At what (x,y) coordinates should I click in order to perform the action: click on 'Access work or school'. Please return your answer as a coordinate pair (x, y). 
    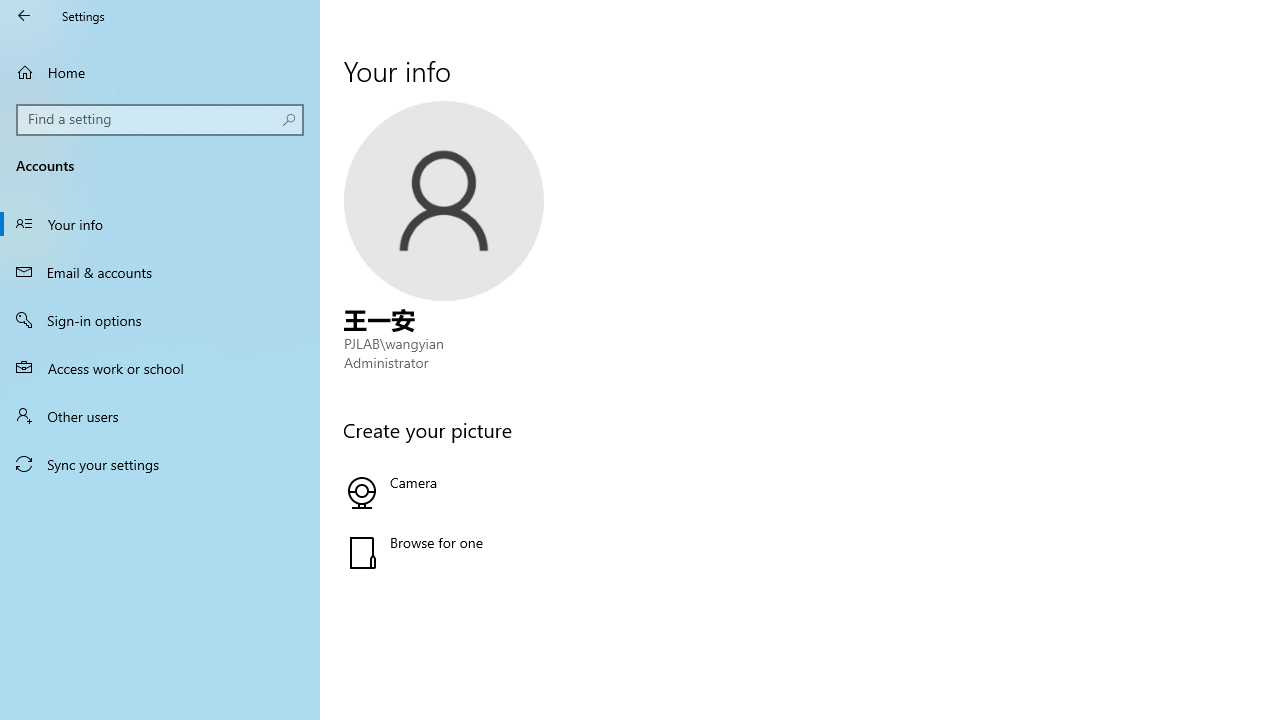
    Looking at the image, I should click on (160, 367).